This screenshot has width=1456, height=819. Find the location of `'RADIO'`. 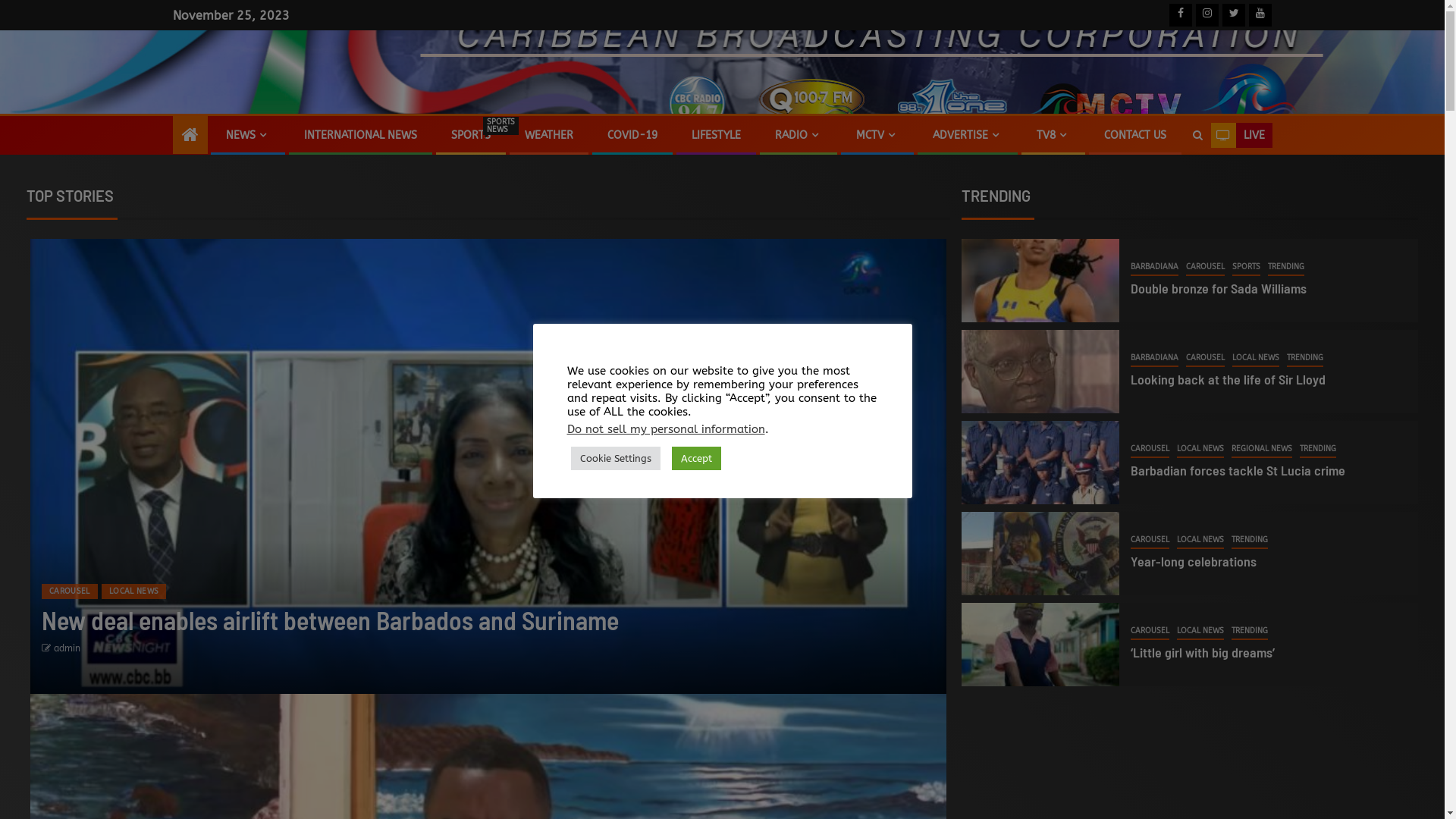

'RADIO' is located at coordinates (797, 134).